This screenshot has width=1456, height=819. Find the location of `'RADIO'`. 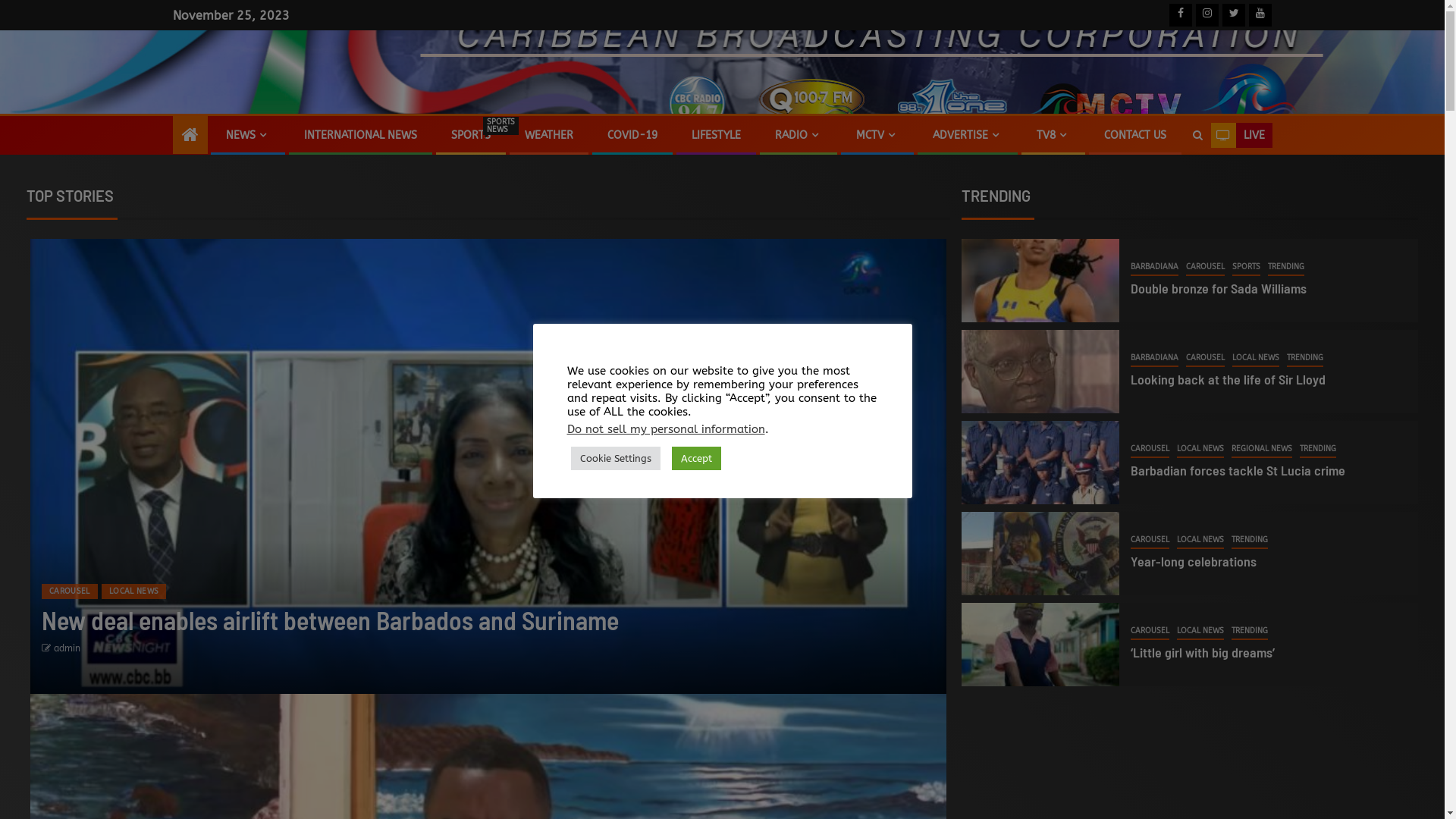

'RADIO' is located at coordinates (797, 134).